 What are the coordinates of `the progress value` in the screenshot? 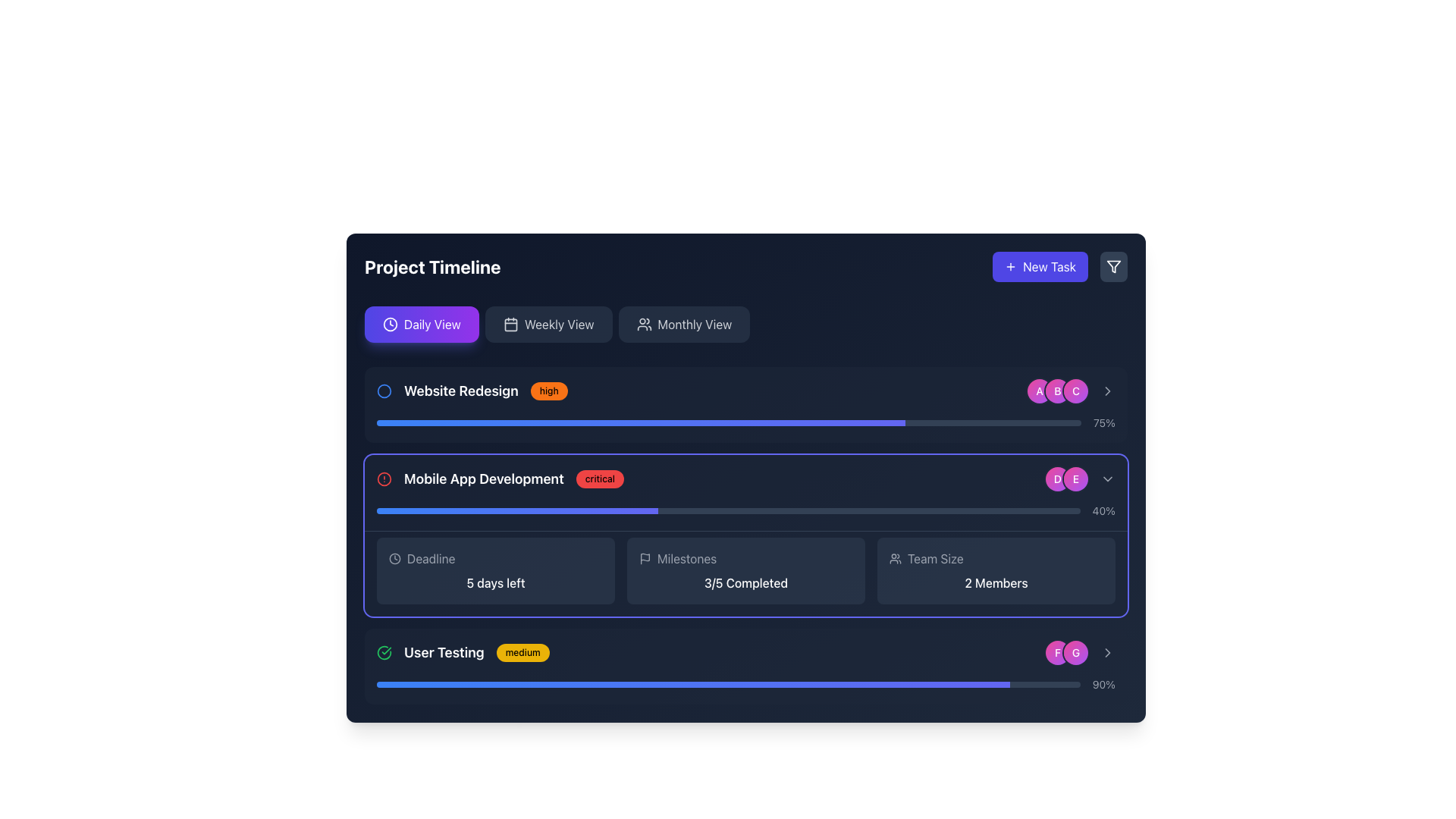 It's located at (396, 684).